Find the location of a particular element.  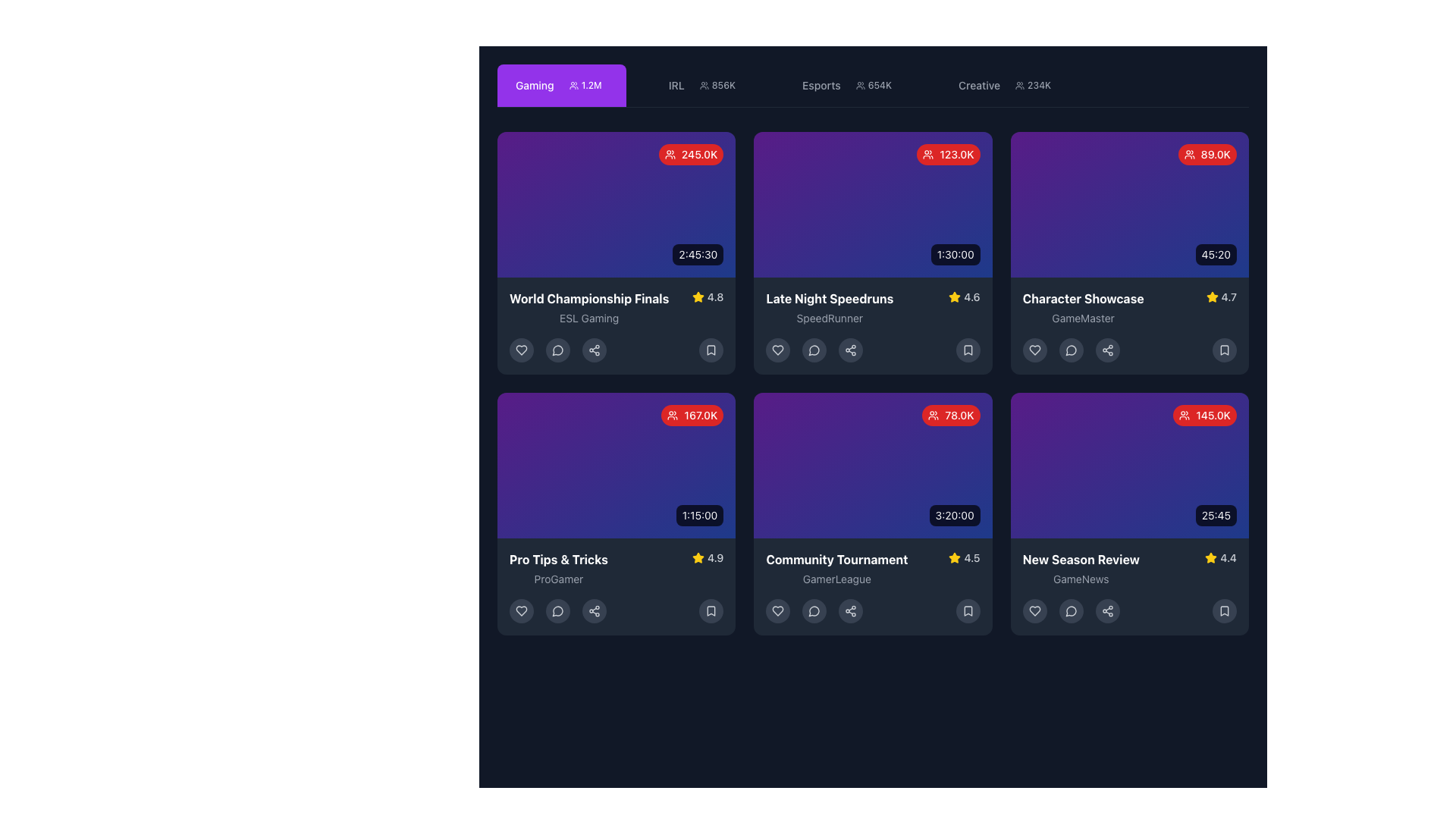

the button located as the second interactive element from the left in the bottom toolbar of the 'Late Night Speedruns' content card is located at coordinates (814, 350).